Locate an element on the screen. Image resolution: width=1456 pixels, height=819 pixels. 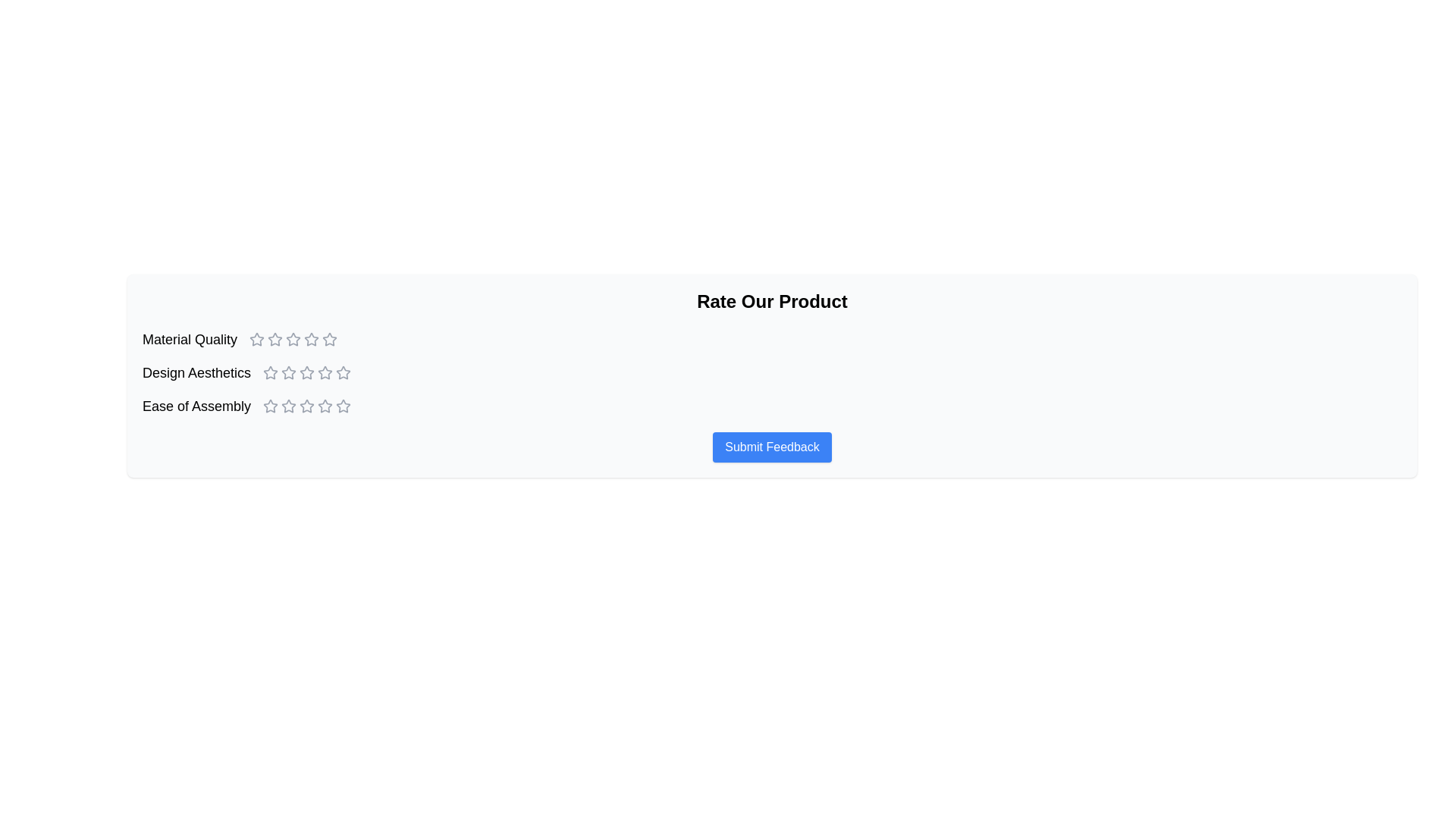
the inactive star-shaped icon representing the fifth rating option is located at coordinates (325, 405).